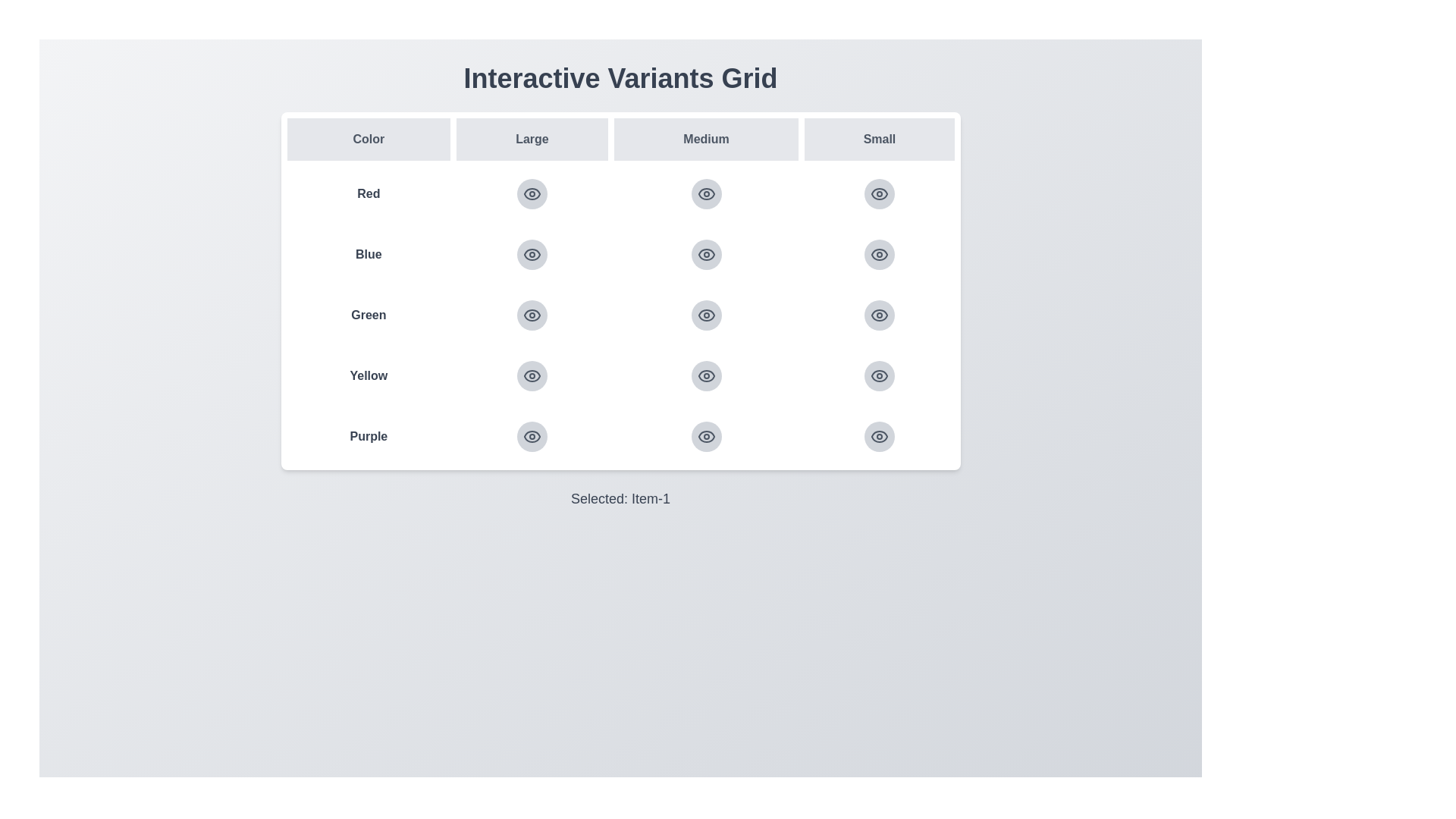  What do you see at coordinates (705, 375) in the screenshot?
I see `the eye icon button located in the fourth row labeled 'Yellow' and third column labeled 'Medium'` at bounding box center [705, 375].